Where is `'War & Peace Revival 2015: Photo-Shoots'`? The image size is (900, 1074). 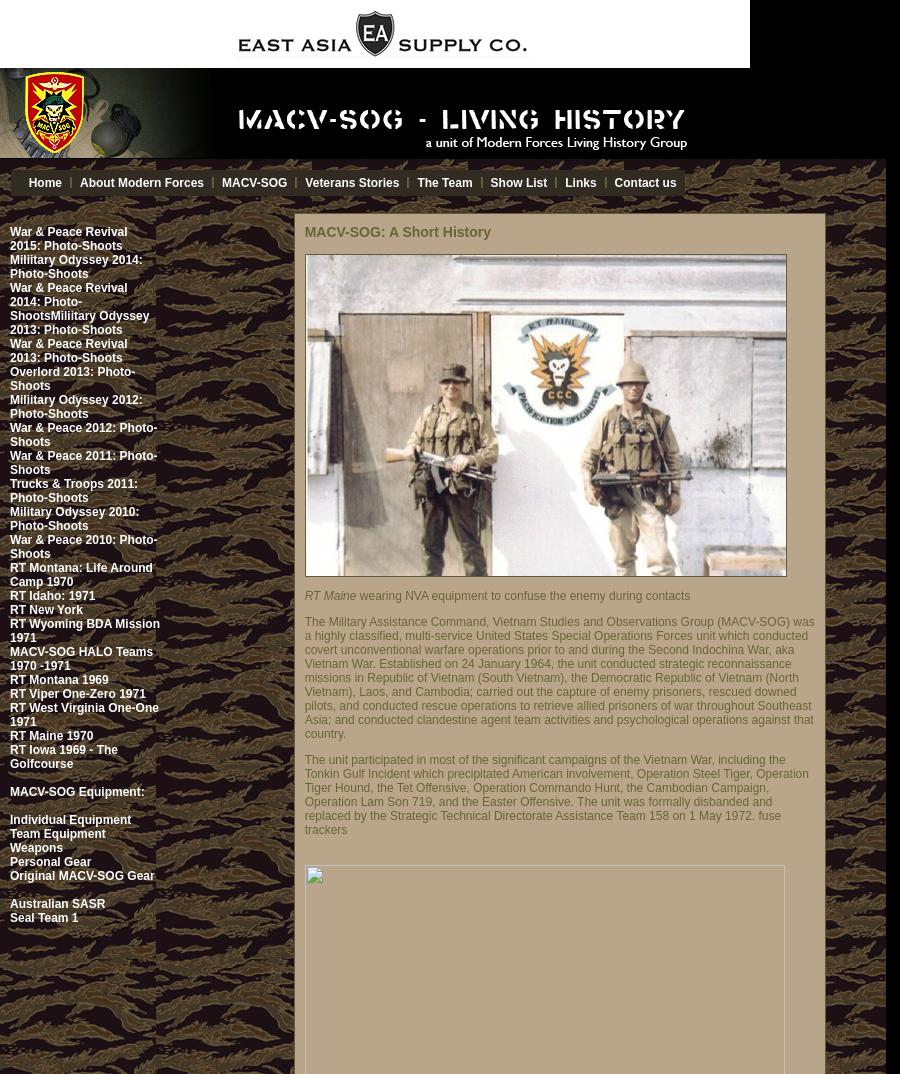
'War & Peace Revival 2015: Photo-Shoots' is located at coordinates (8, 237).